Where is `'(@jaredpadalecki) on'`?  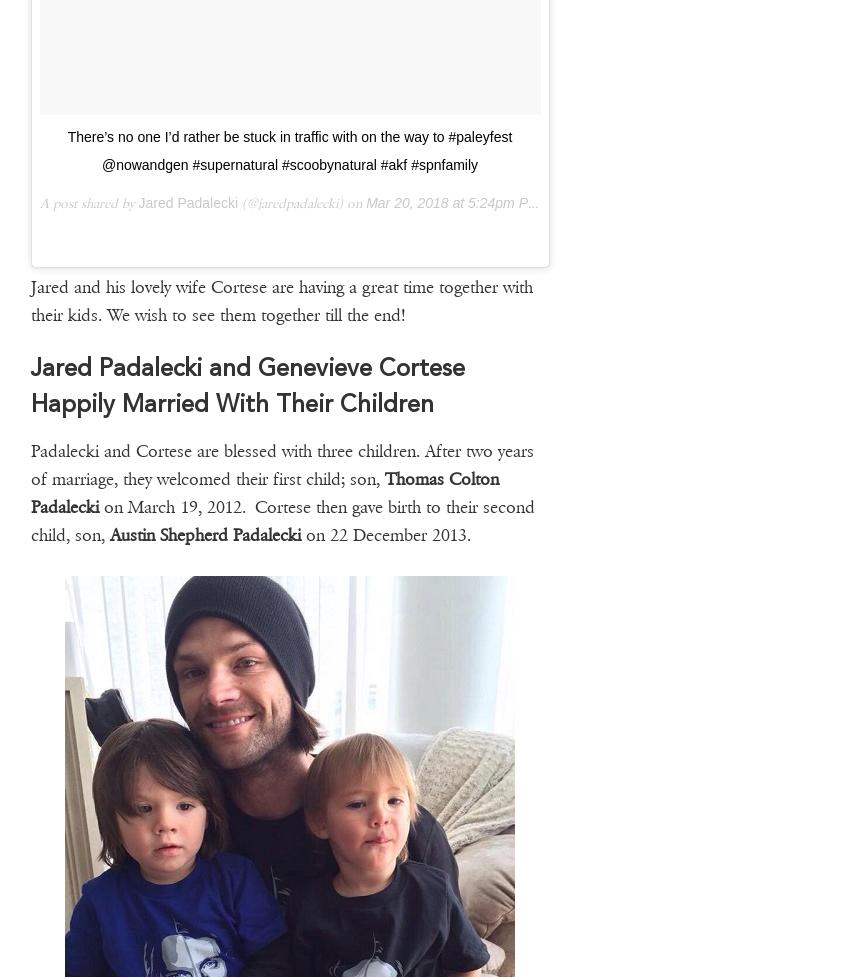 '(@jaredpadalecki) on' is located at coordinates (238, 201).